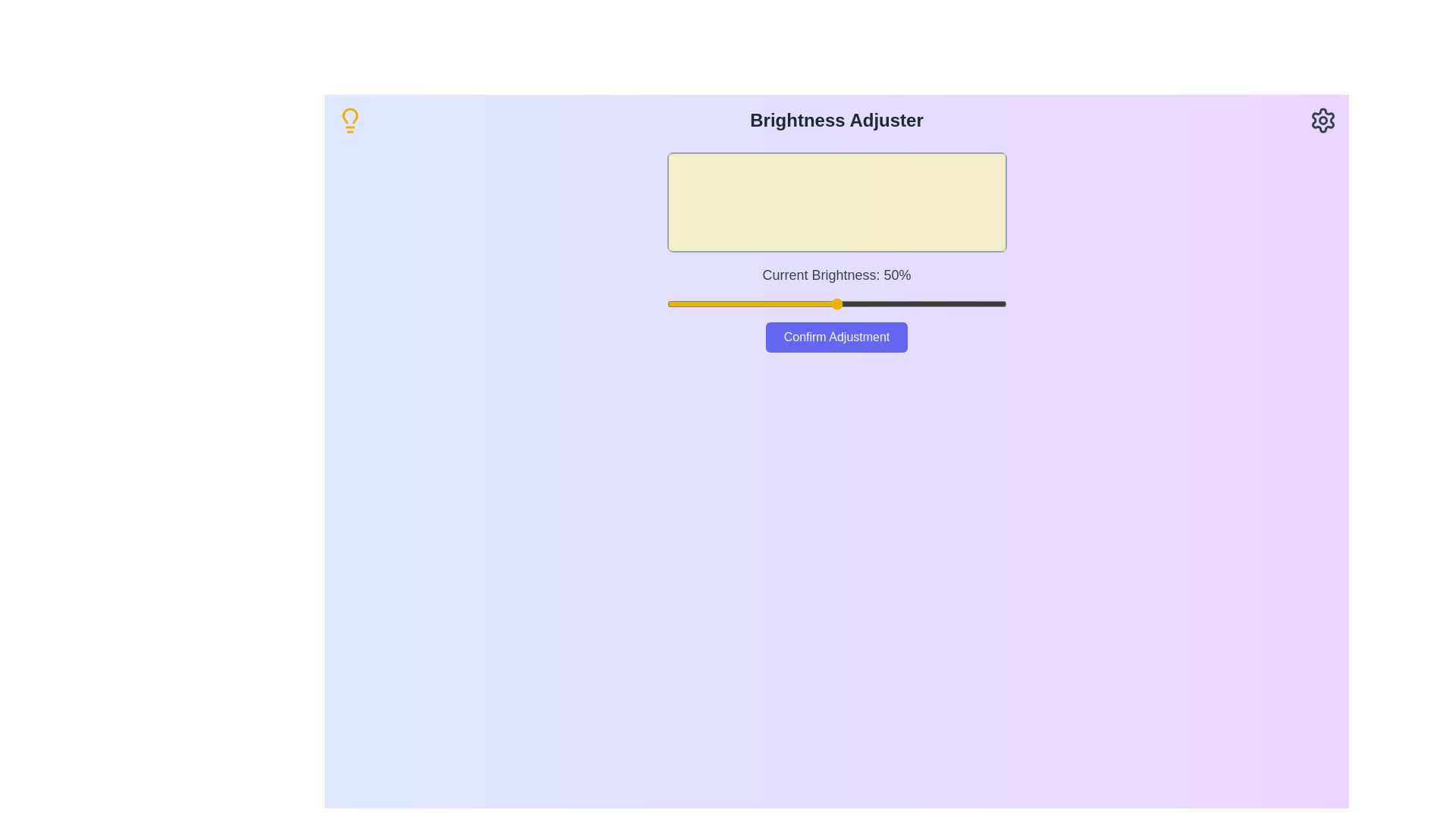 This screenshot has width=1456, height=819. Describe the element at coordinates (867, 304) in the screenshot. I see `the brightness slider to 59%` at that location.